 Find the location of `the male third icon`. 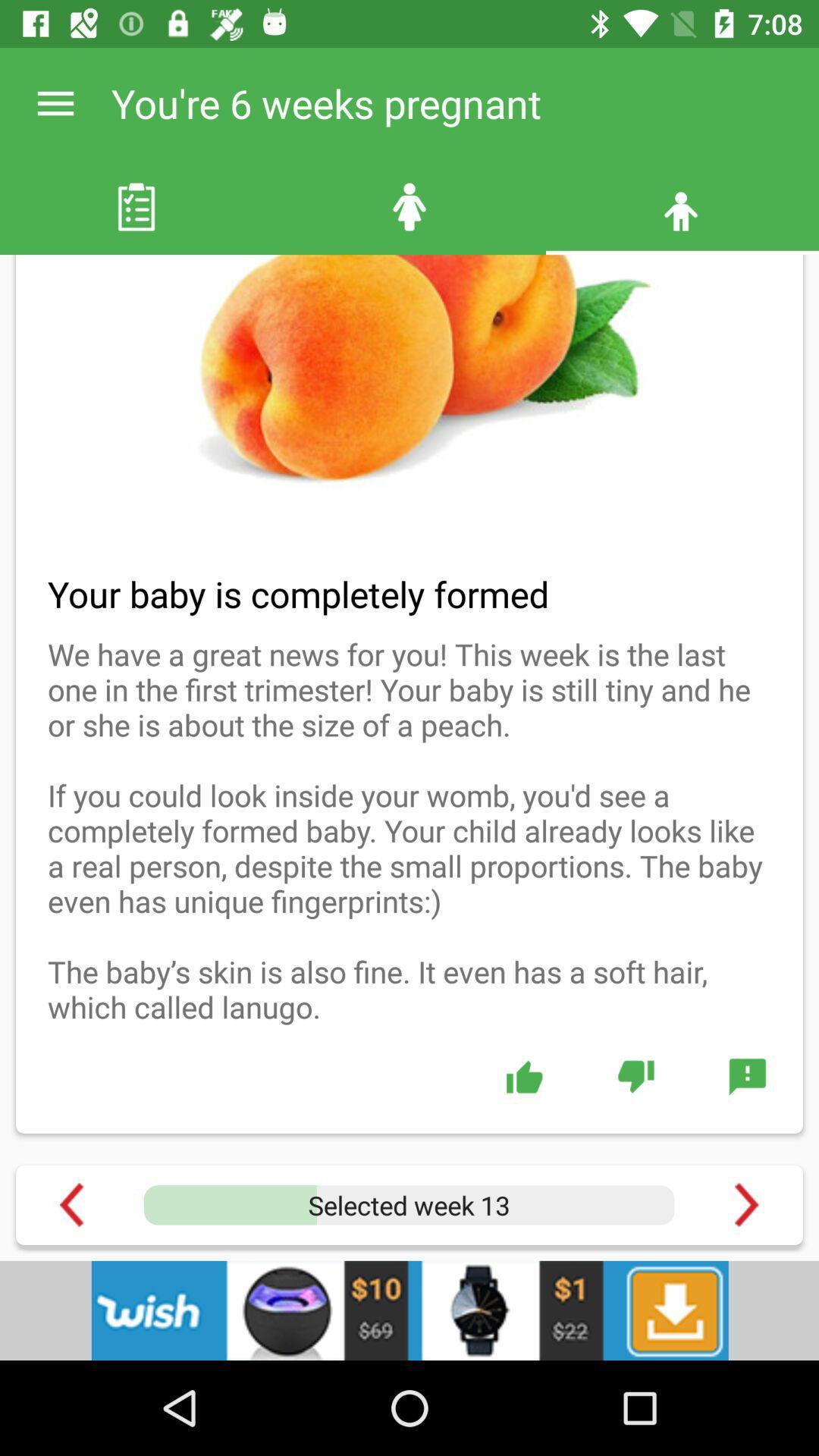

the male third icon is located at coordinates (682, 206).